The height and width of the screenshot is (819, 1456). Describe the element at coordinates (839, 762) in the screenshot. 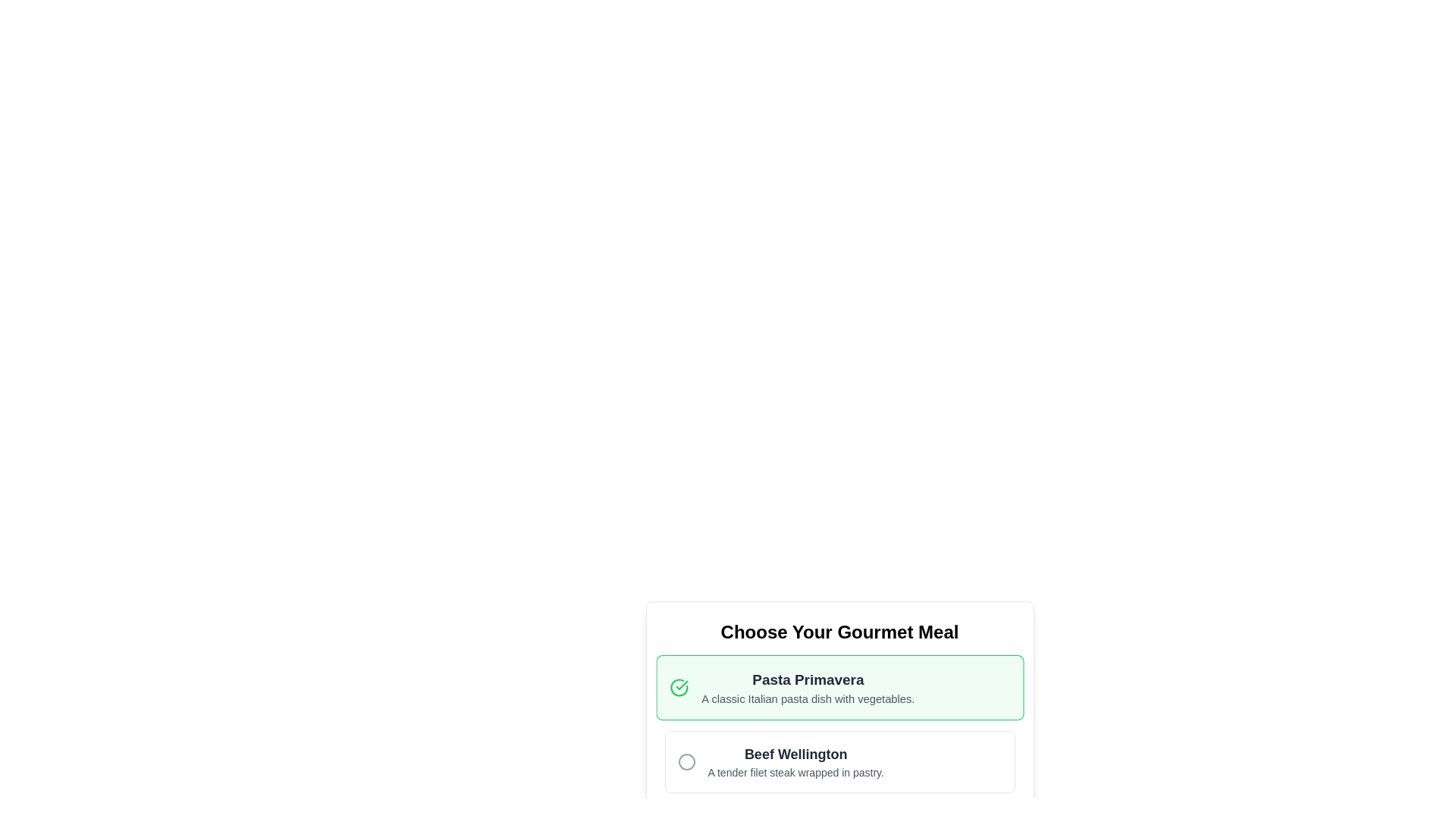

I see `the selection card for 'Beef Wellington', which is positioned directly below 'Pasta Primavera' in the meal selection interface` at that location.